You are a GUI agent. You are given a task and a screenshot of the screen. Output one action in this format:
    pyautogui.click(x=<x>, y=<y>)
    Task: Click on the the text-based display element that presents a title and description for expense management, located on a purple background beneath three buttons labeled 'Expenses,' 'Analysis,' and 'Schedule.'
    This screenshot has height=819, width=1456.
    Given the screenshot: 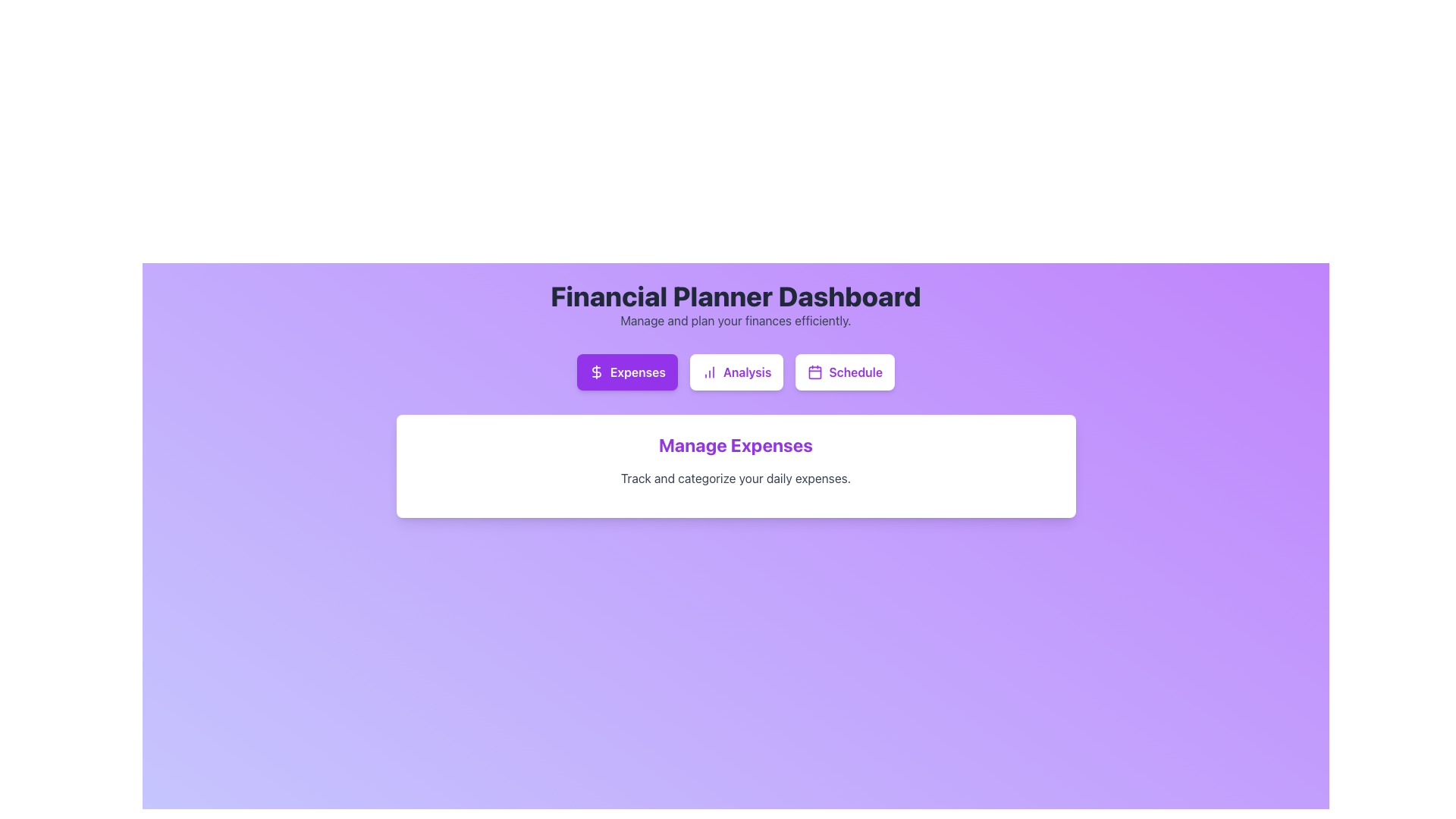 What is the action you would take?
    pyautogui.click(x=736, y=459)
    